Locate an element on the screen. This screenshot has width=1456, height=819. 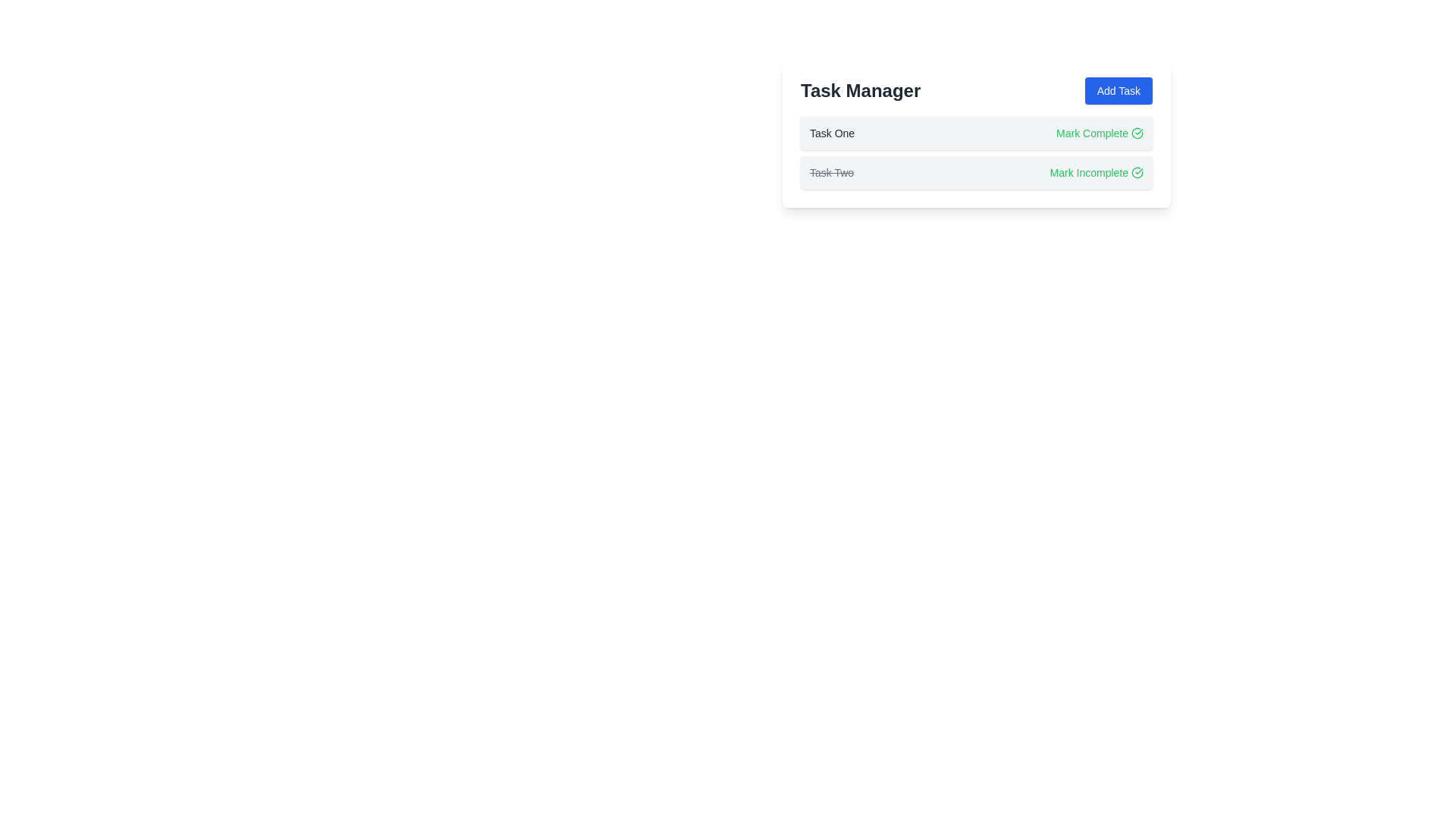
the 'Task One' item from the task list is located at coordinates (976, 133).